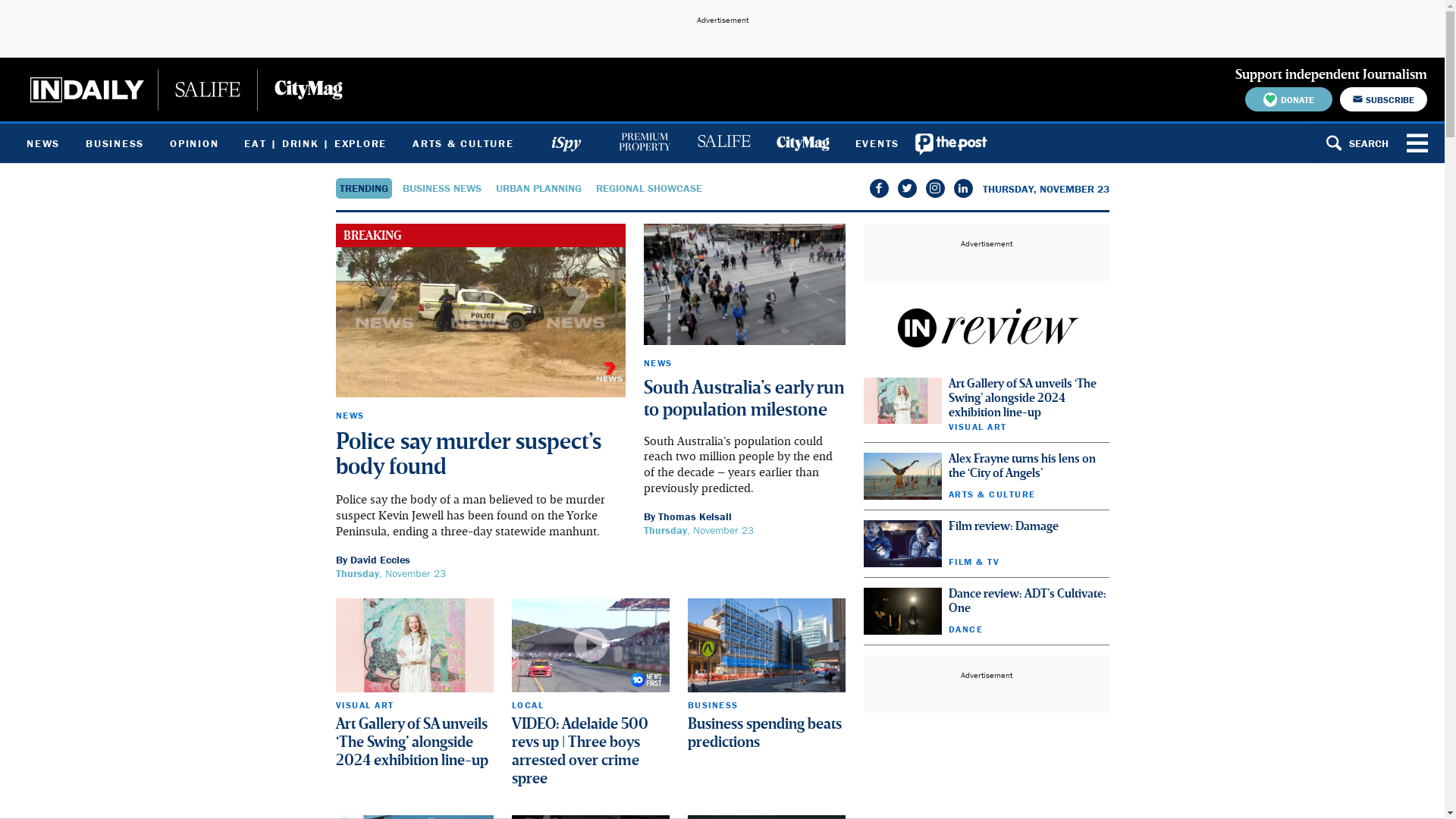 This screenshot has height=819, width=1456. What do you see at coordinates (973, 561) in the screenshot?
I see `'FILM & TV'` at bounding box center [973, 561].